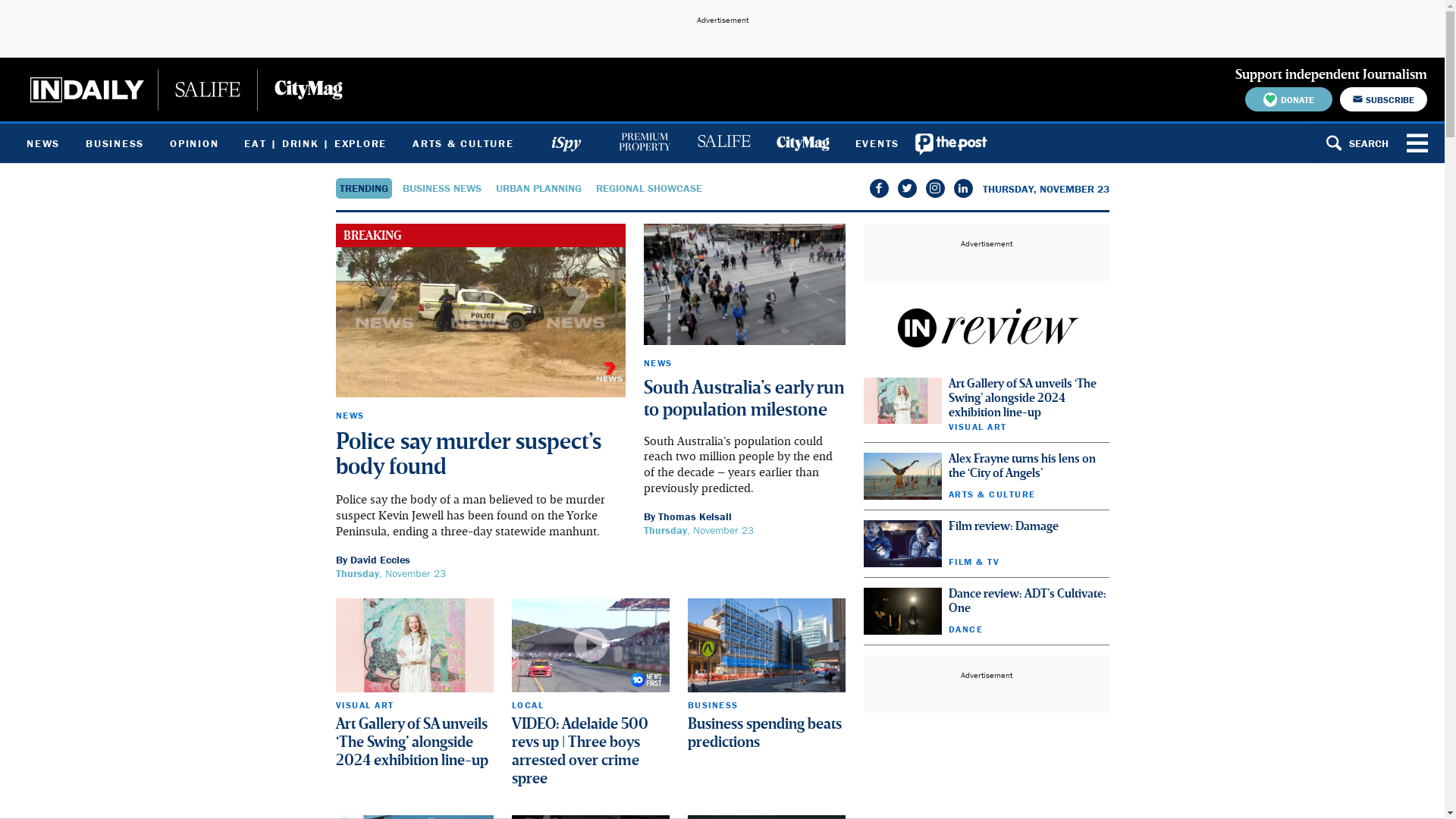 This screenshot has height=819, width=1456. What do you see at coordinates (973, 561) in the screenshot?
I see `'FILM & TV'` at bounding box center [973, 561].